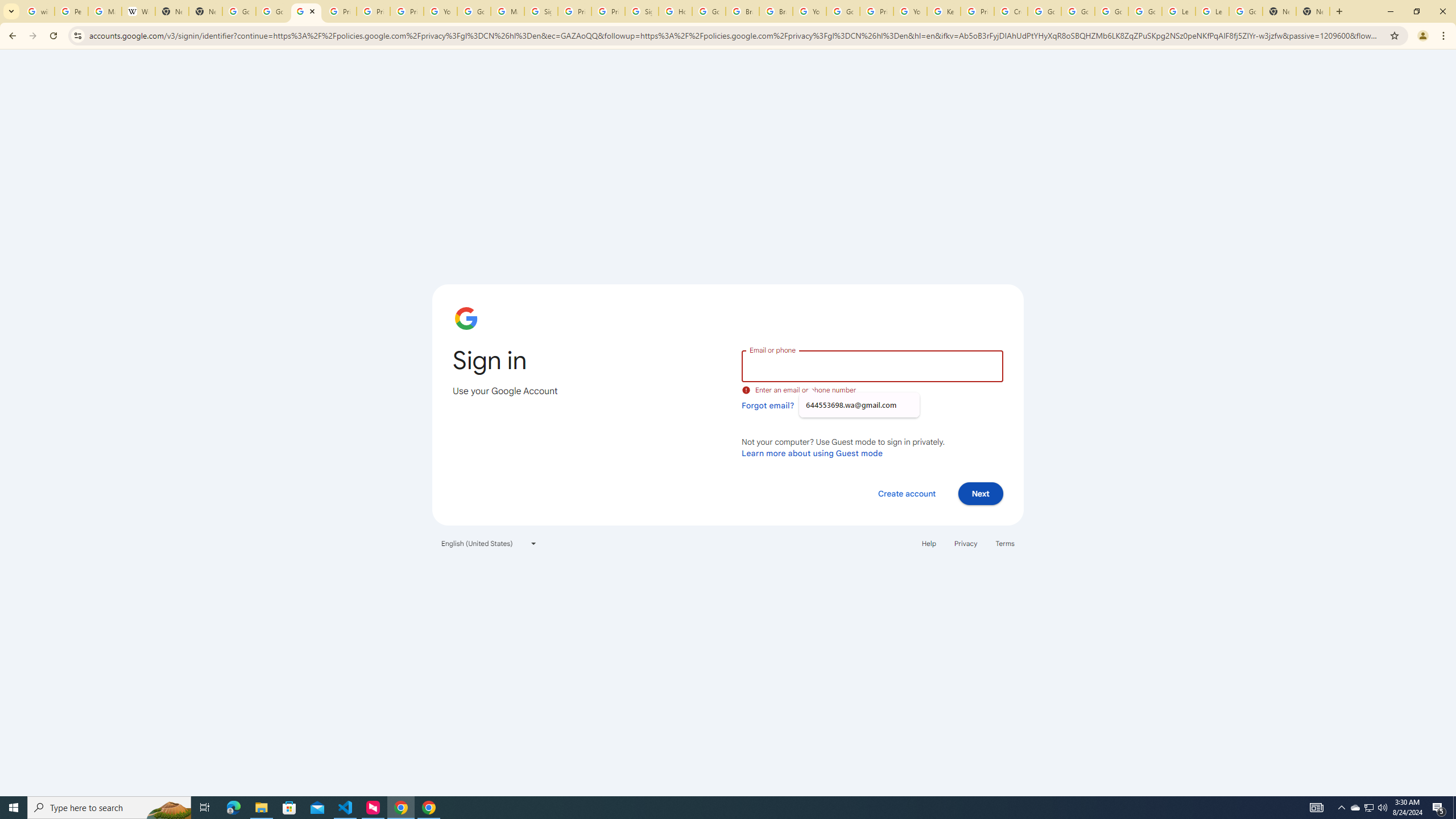 The width and height of the screenshot is (1456, 819). Describe the element at coordinates (1077, 11) in the screenshot. I see `'Google Account Help'` at that location.